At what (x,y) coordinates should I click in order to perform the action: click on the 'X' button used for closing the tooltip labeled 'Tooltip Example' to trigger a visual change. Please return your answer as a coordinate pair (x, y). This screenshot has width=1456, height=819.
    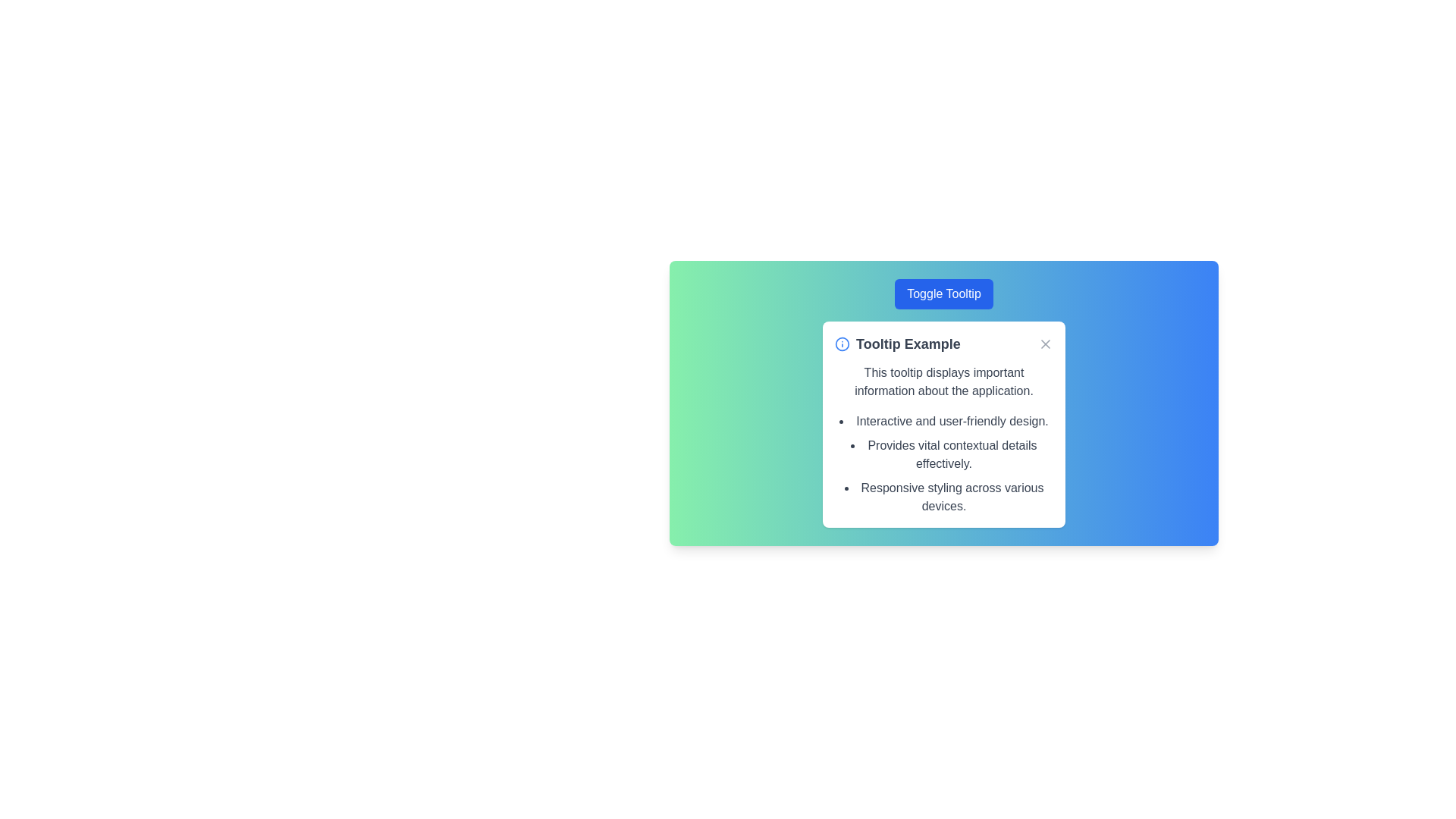
    Looking at the image, I should click on (1044, 344).